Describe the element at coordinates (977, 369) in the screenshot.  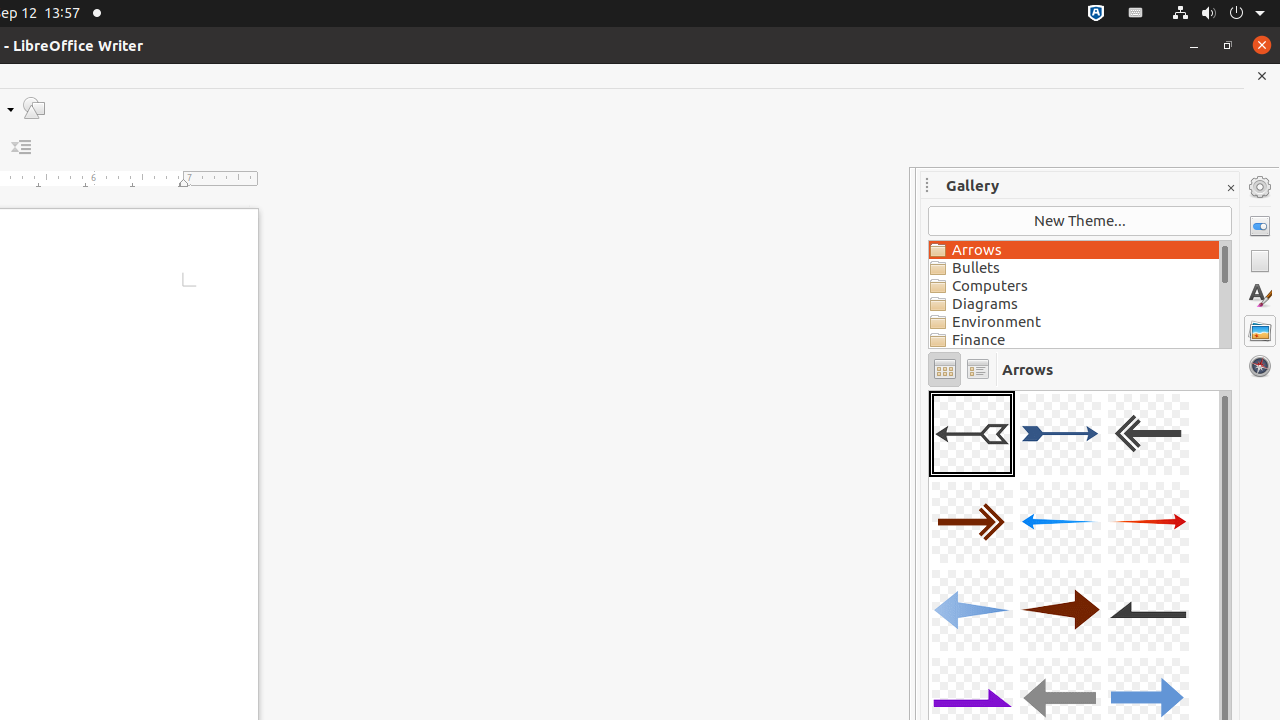
I see `'Detailed View'` at that location.